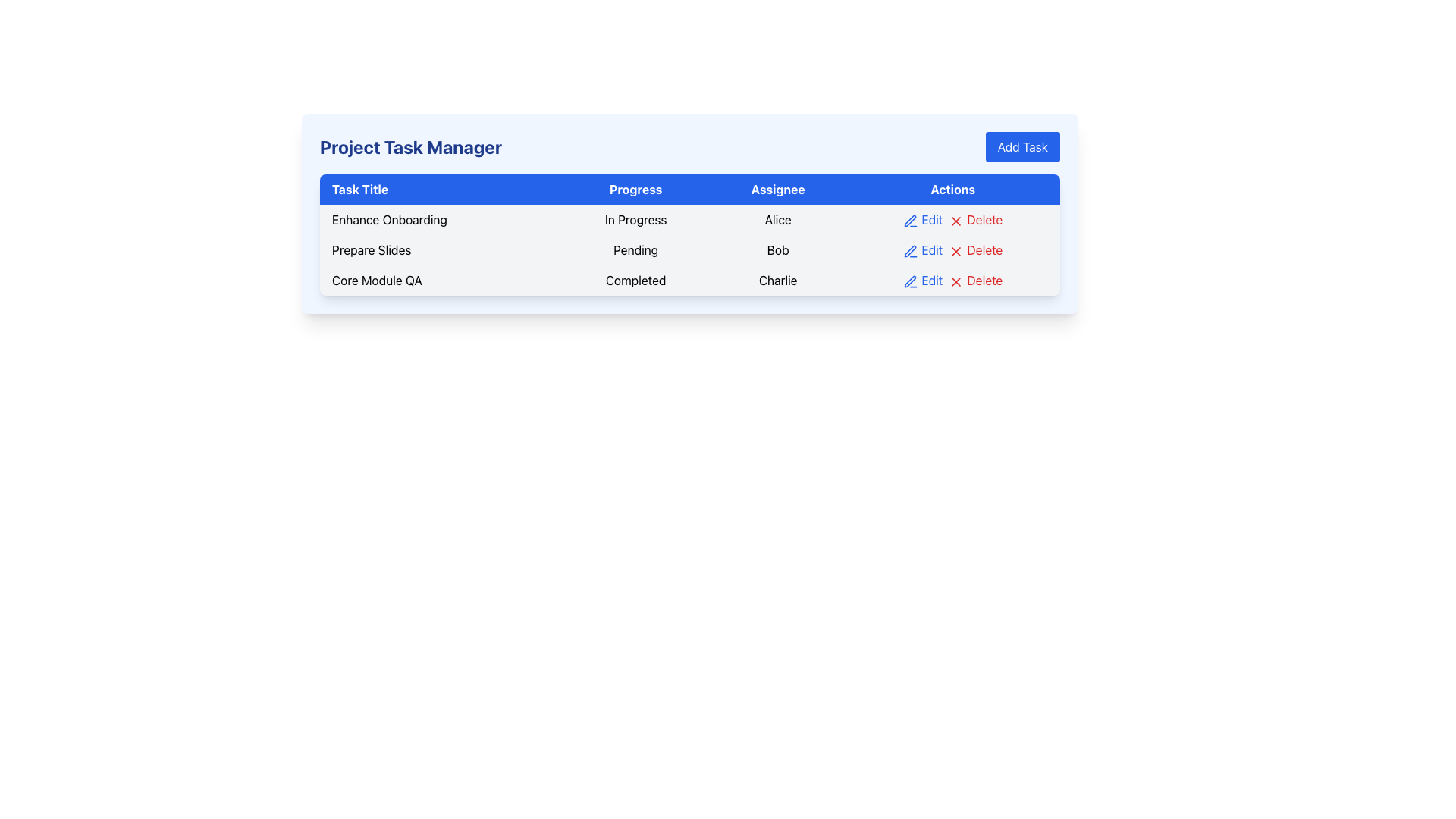 The height and width of the screenshot is (819, 1456). What do you see at coordinates (910, 221) in the screenshot?
I see `the blue outlined pen icon located to the left of the 'Edit' label in the 'Actions' column of the table row corresponding to the task 'Prepare Slides'` at bounding box center [910, 221].